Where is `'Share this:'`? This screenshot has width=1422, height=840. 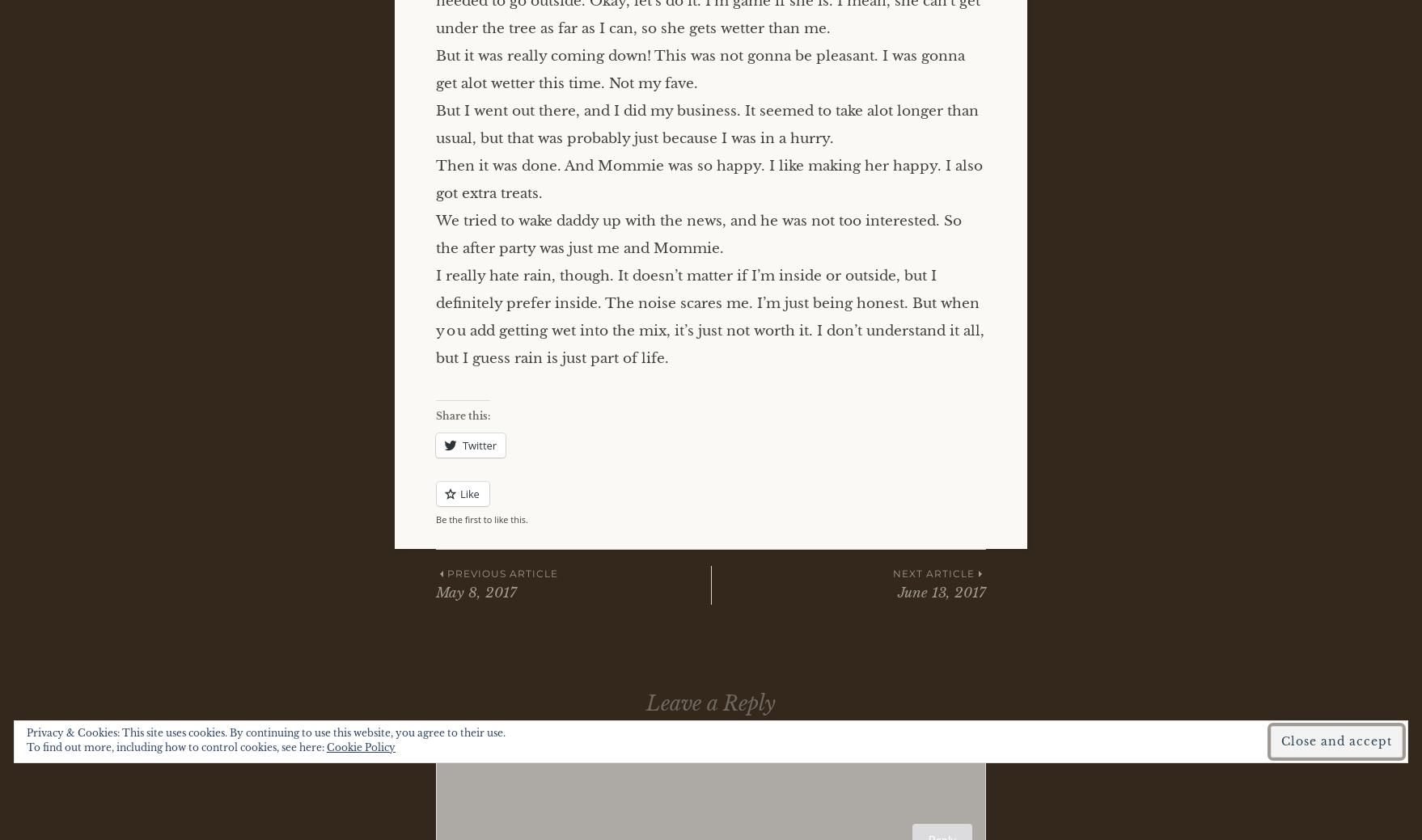 'Share this:' is located at coordinates (462, 414).